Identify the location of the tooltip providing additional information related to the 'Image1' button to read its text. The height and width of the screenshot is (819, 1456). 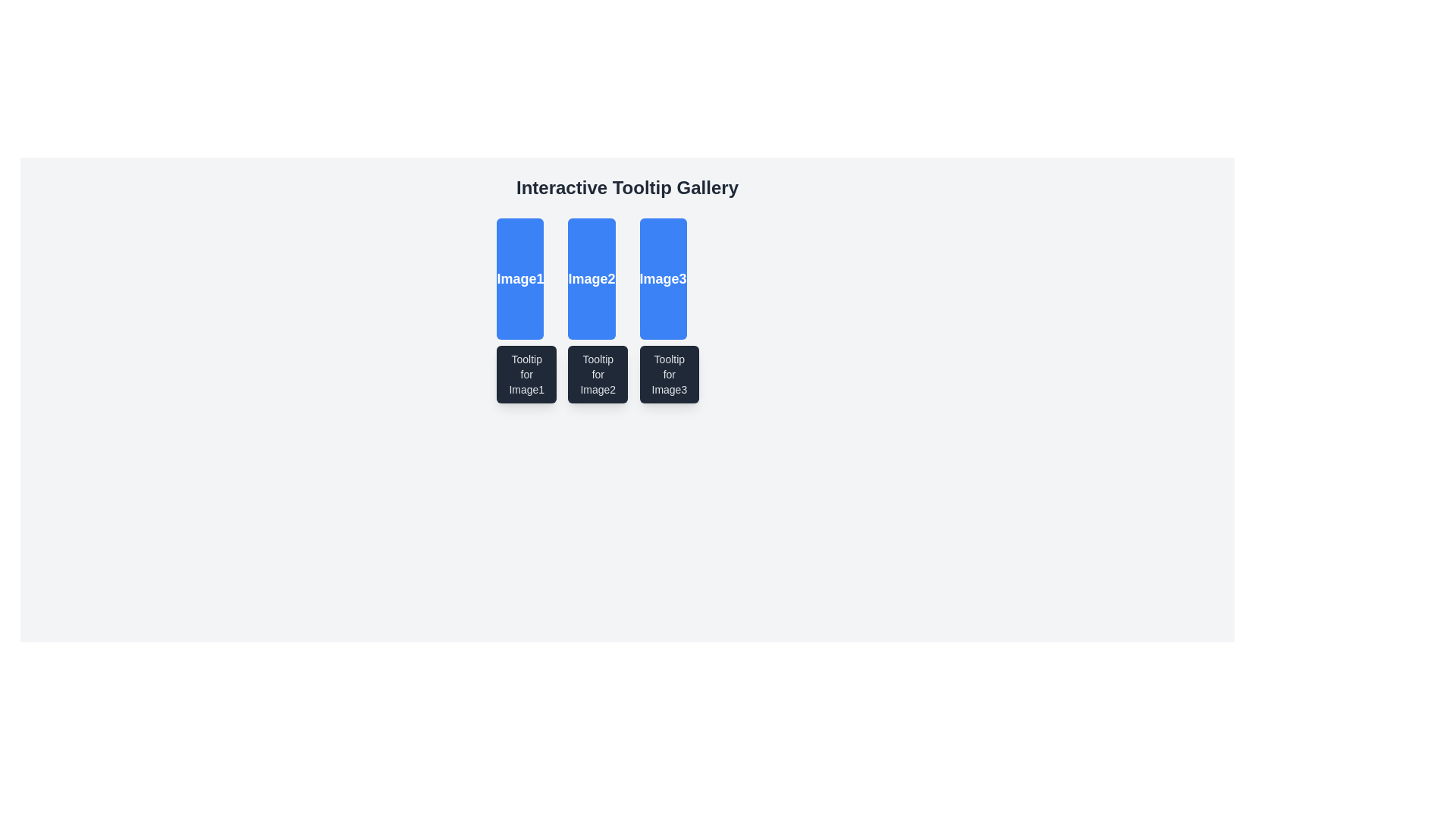
(526, 374).